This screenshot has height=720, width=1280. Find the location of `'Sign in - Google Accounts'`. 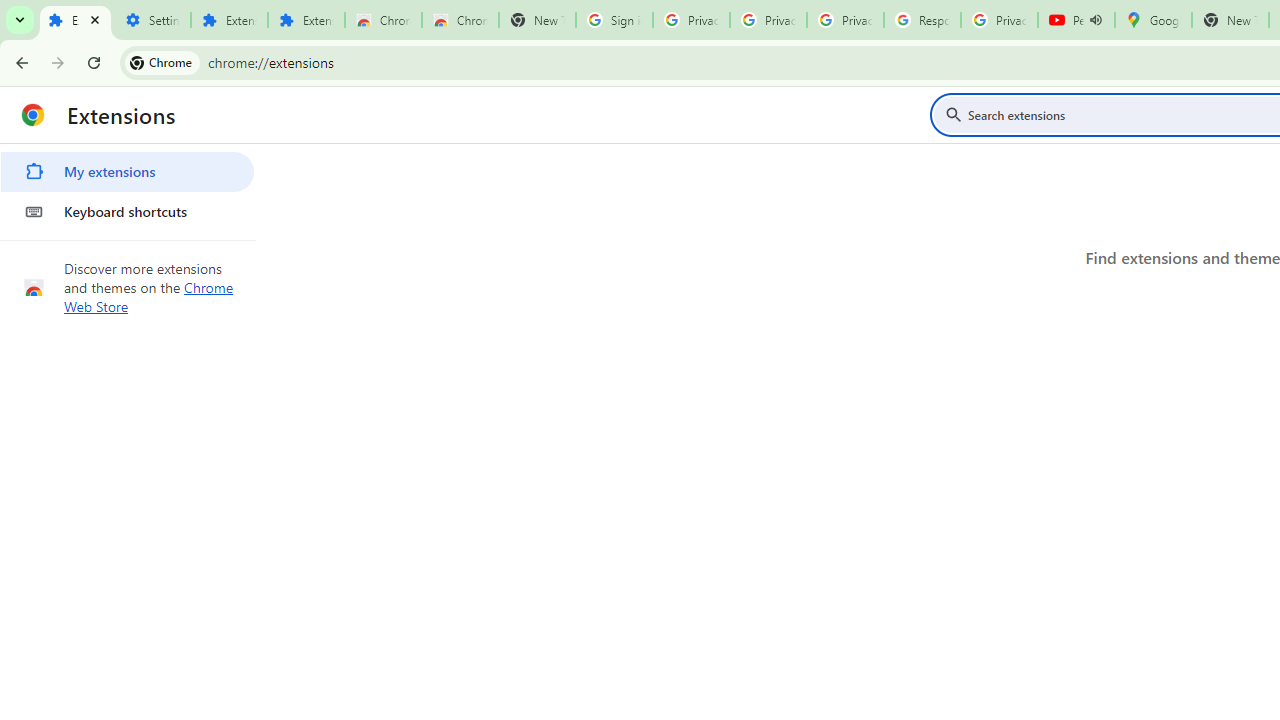

'Sign in - Google Accounts' is located at coordinates (613, 20).